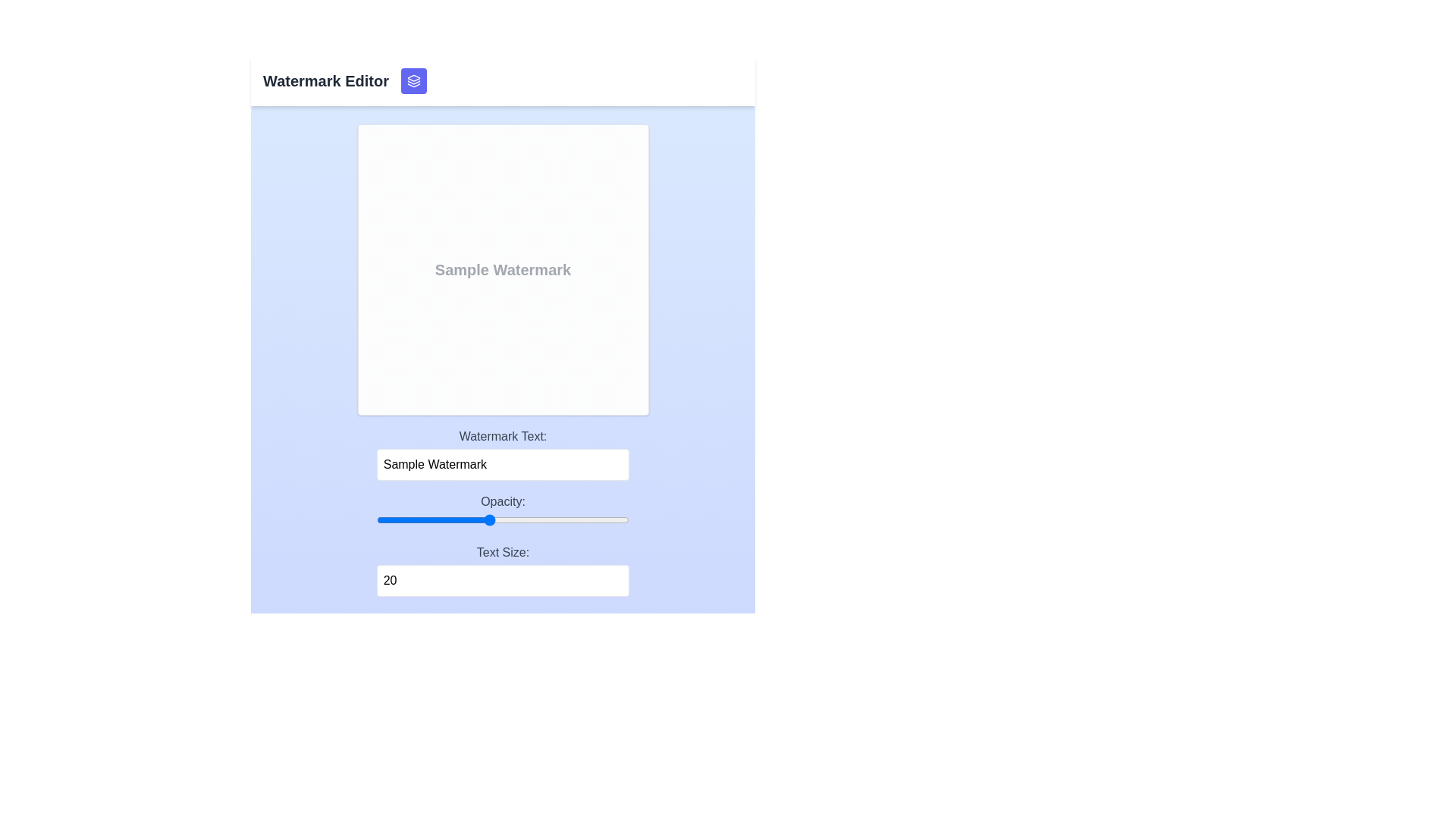  Describe the element at coordinates (347, 519) in the screenshot. I see `the opacity` at that location.